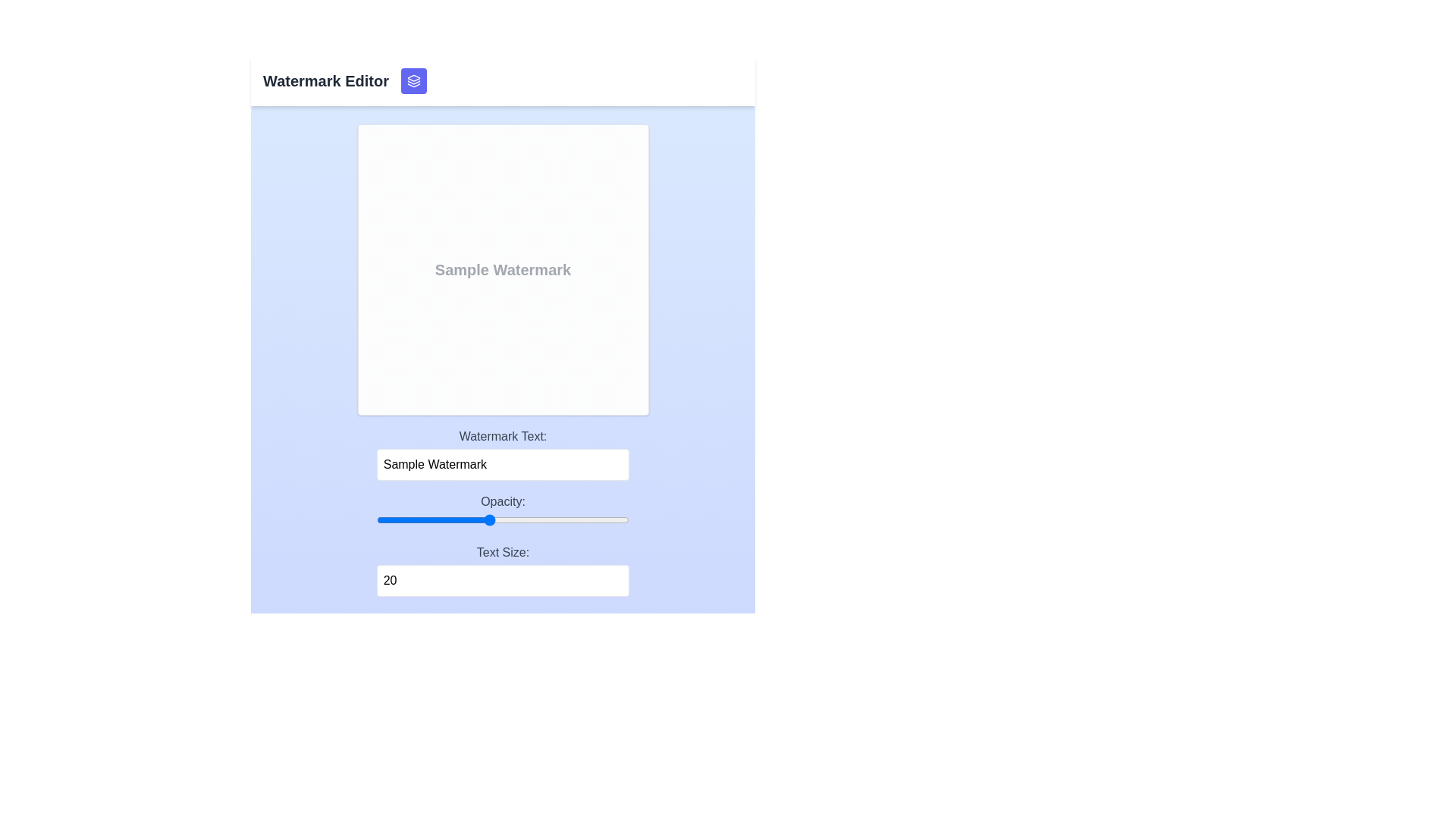  Describe the element at coordinates (347, 519) in the screenshot. I see `the opacity` at that location.